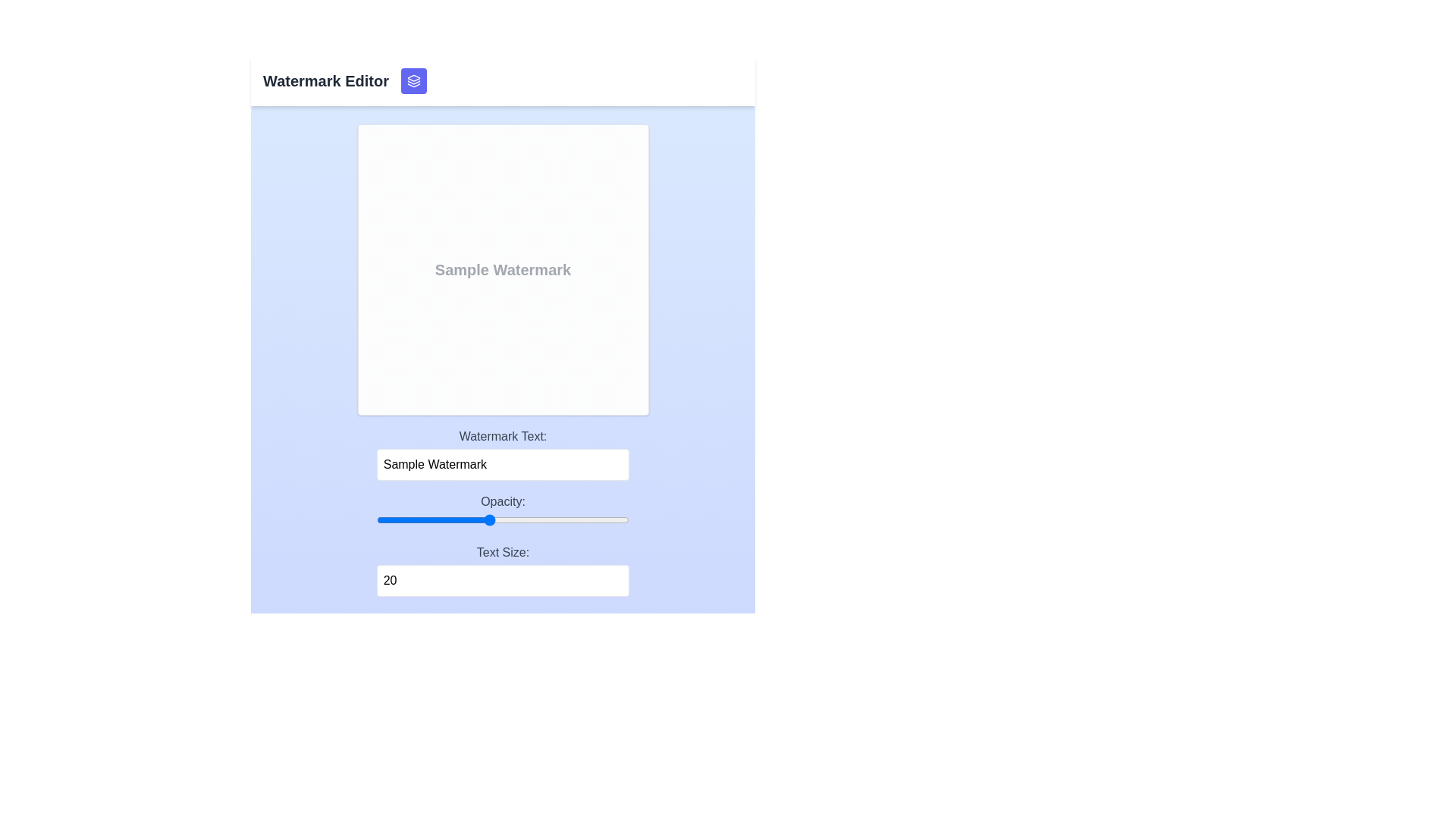  Describe the element at coordinates (347, 519) in the screenshot. I see `the opacity` at that location.